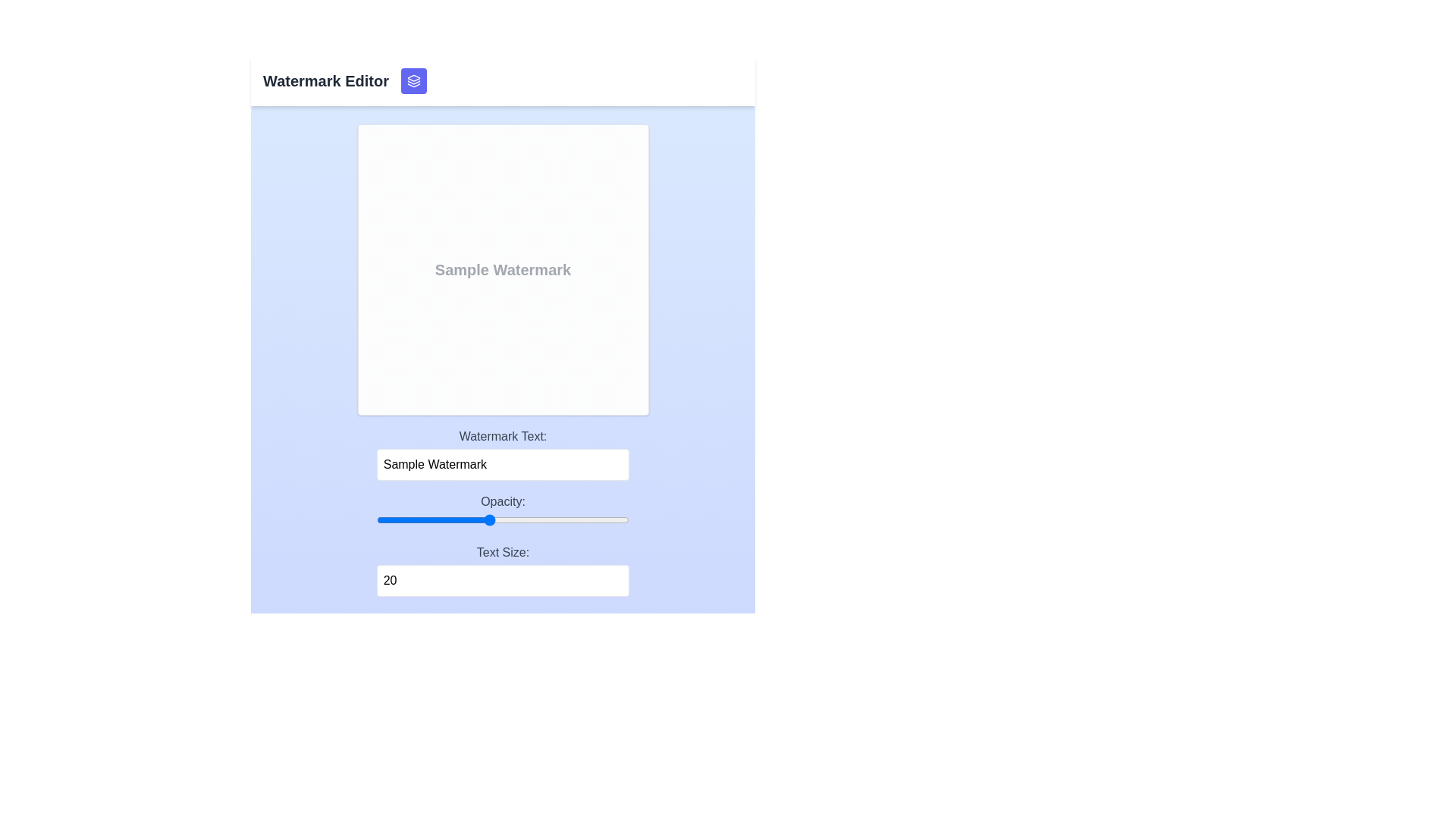  Describe the element at coordinates (347, 519) in the screenshot. I see `the opacity` at that location.